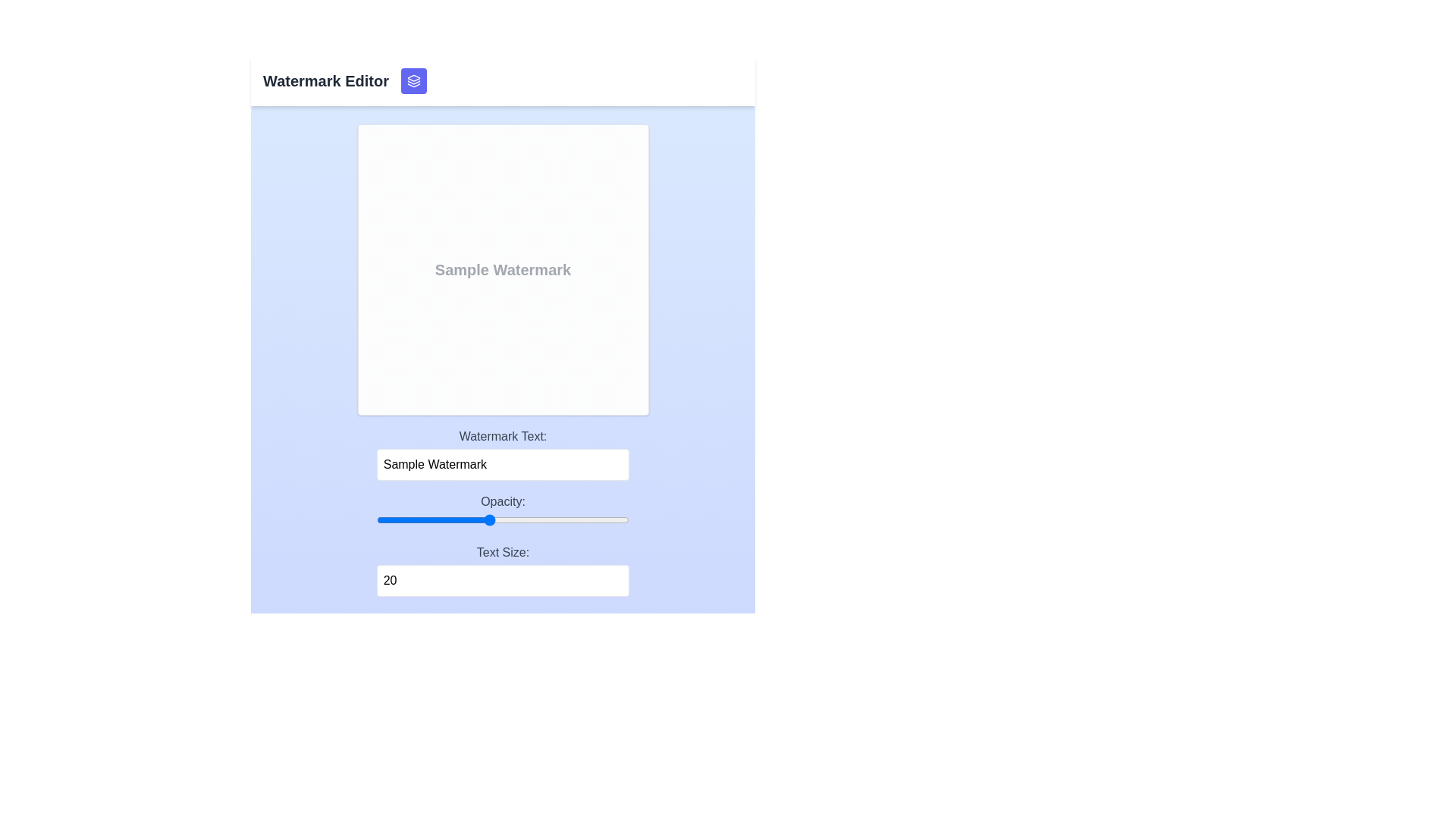  Describe the element at coordinates (347, 519) in the screenshot. I see `the opacity` at that location.